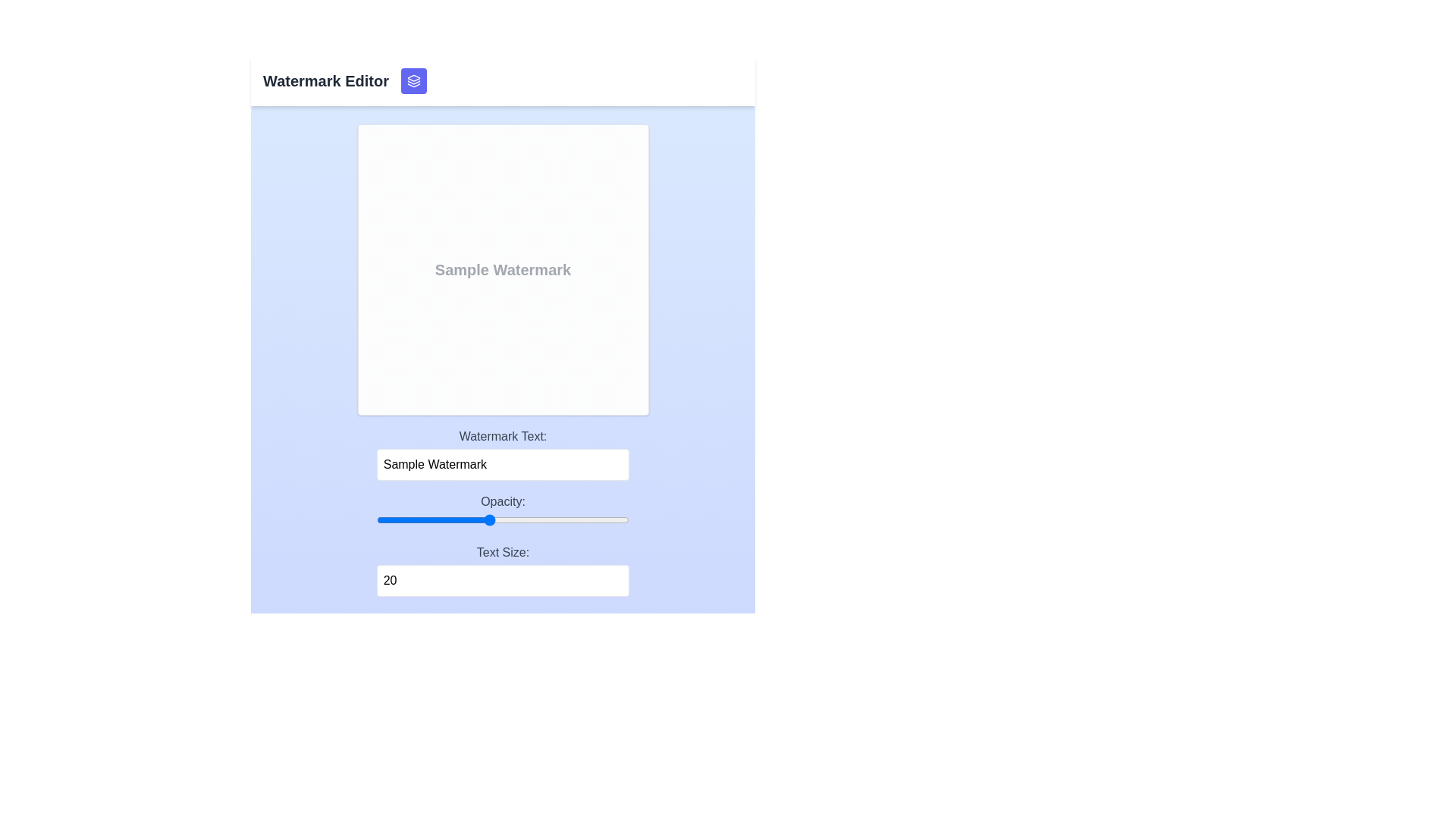  Describe the element at coordinates (347, 519) in the screenshot. I see `the opacity` at that location.